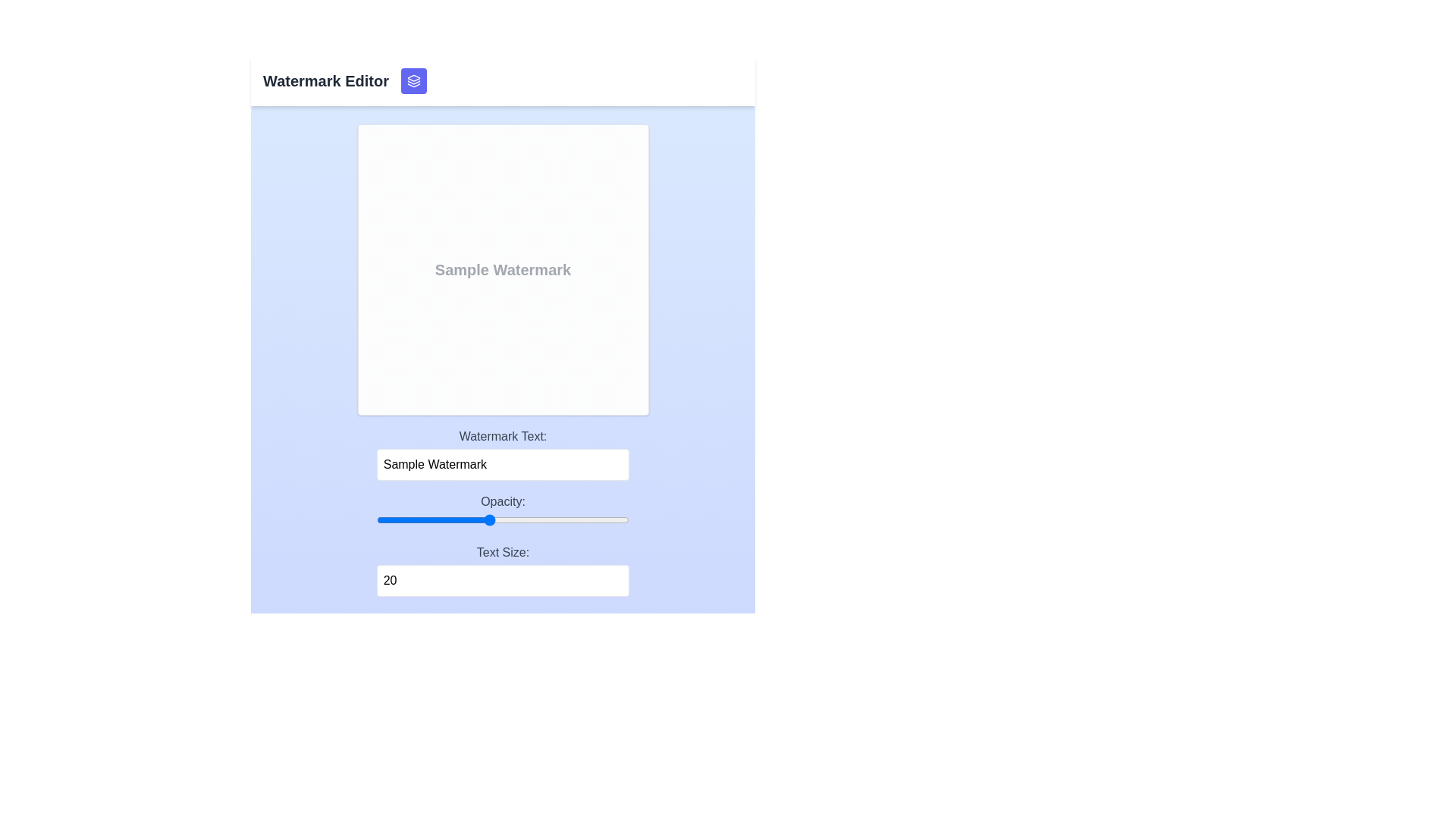  Describe the element at coordinates (347, 519) in the screenshot. I see `the opacity` at that location.